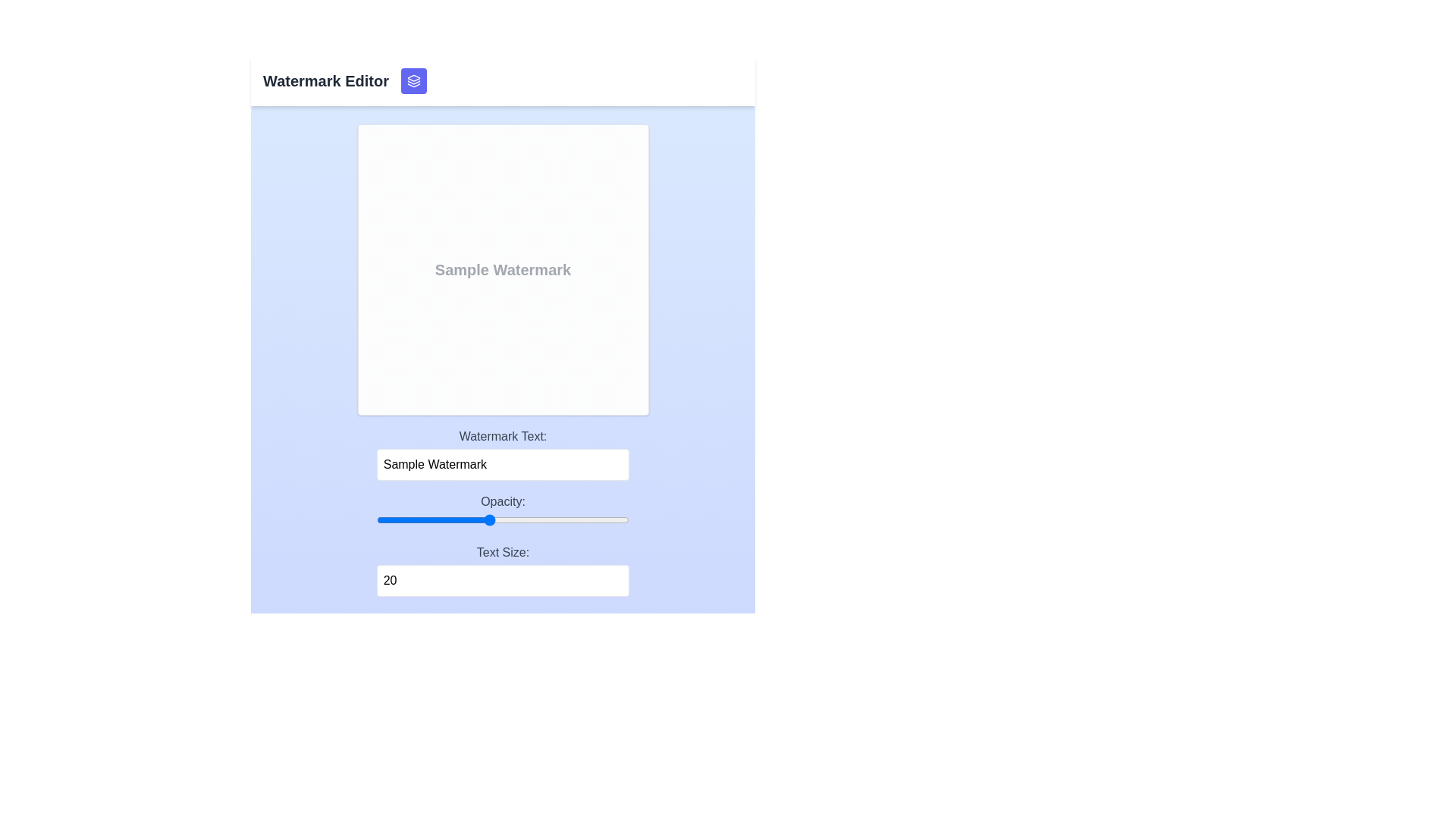  Describe the element at coordinates (347, 519) in the screenshot. I see `the opacity` at that location.